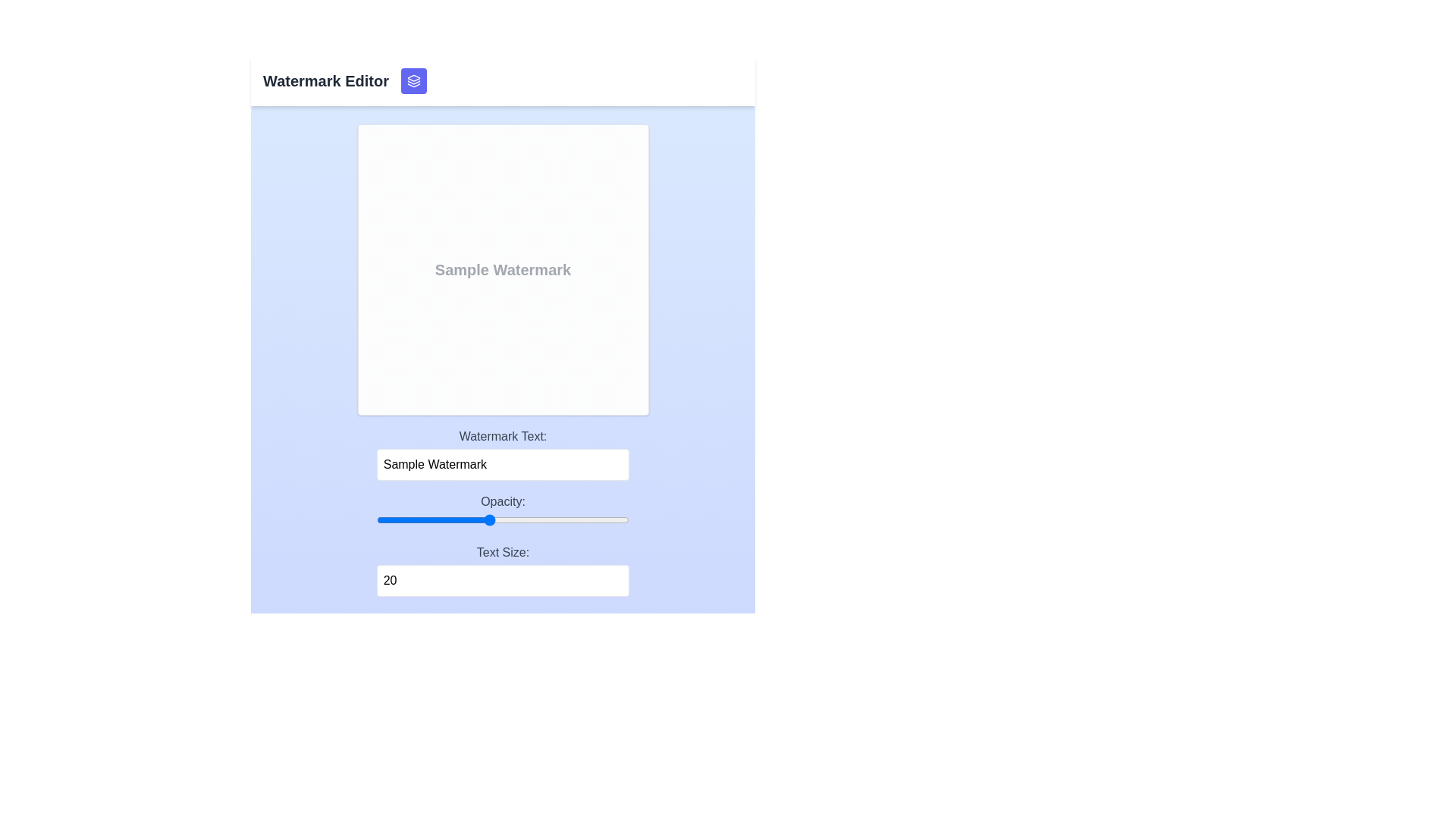  Describe the element at coordinates (347, 519) in the screenshot. I see `the opacity` at that location.